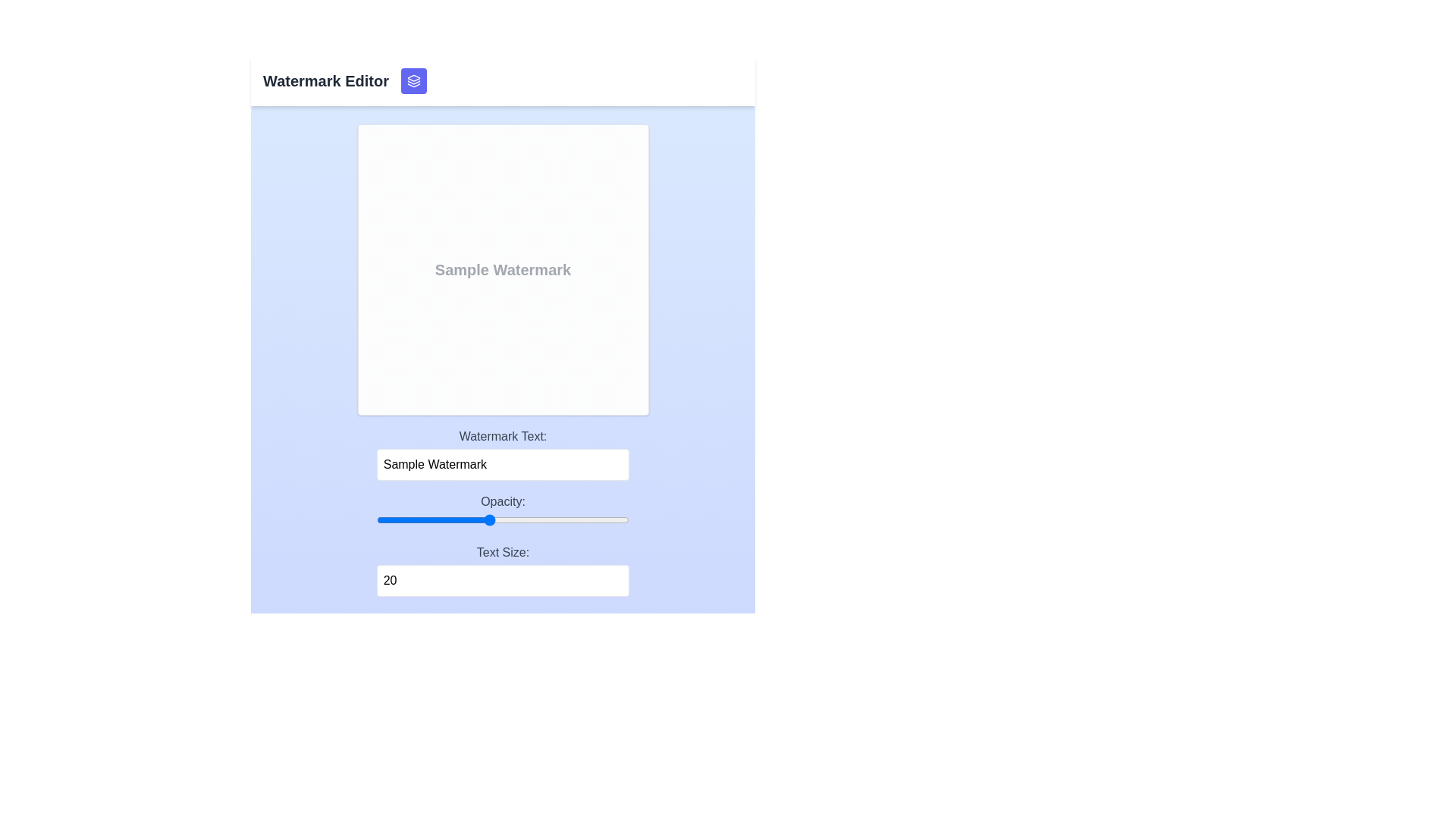  Describe the element at coordinates (347, 519) in the screenshot. I see `the opacity` at that location.